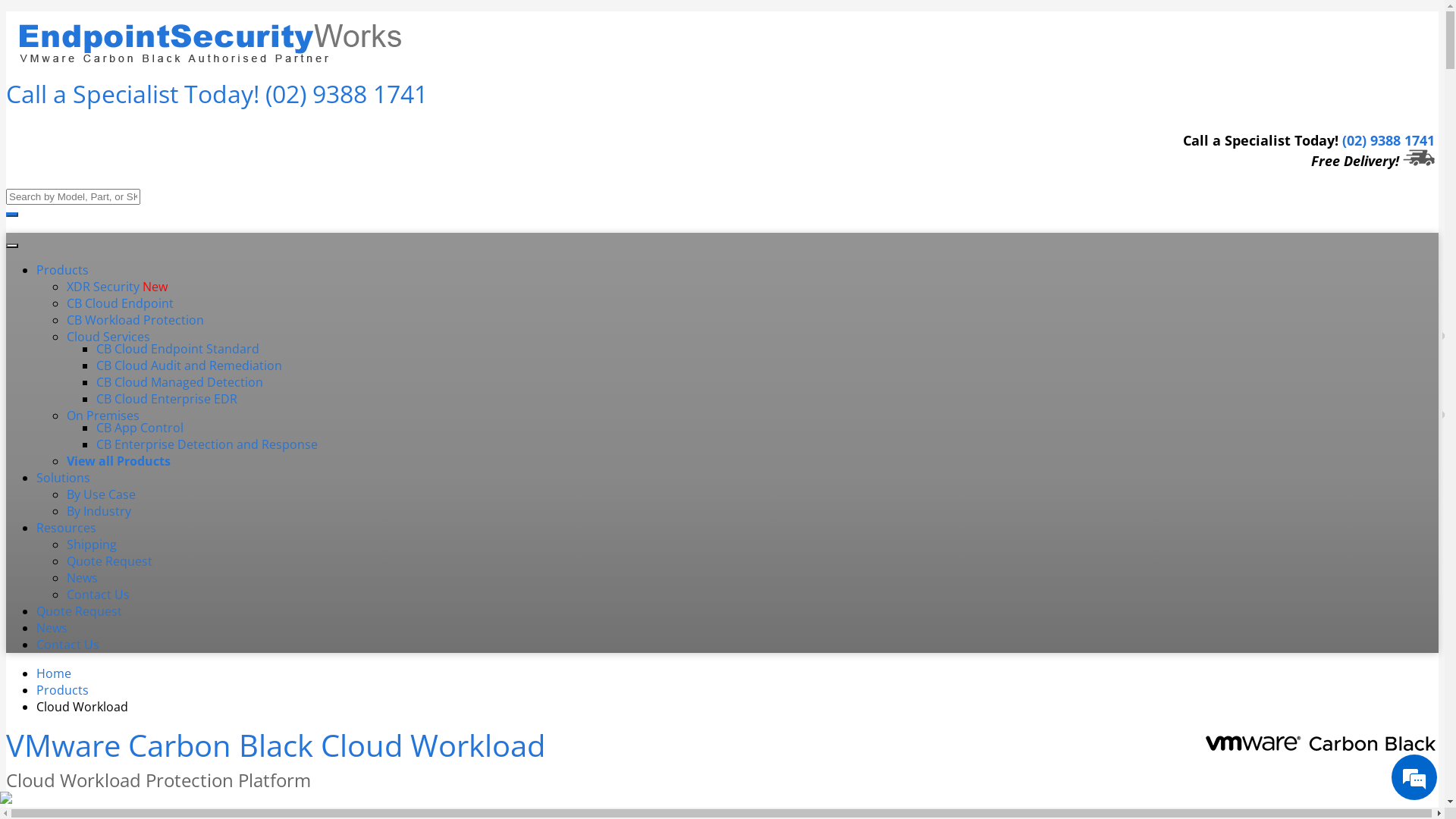 This screenshot has height=819, width=1456. What do you see at coordinates (65, 578) in the screenshot?
I see `'News'` at bounding box center [65, 578].